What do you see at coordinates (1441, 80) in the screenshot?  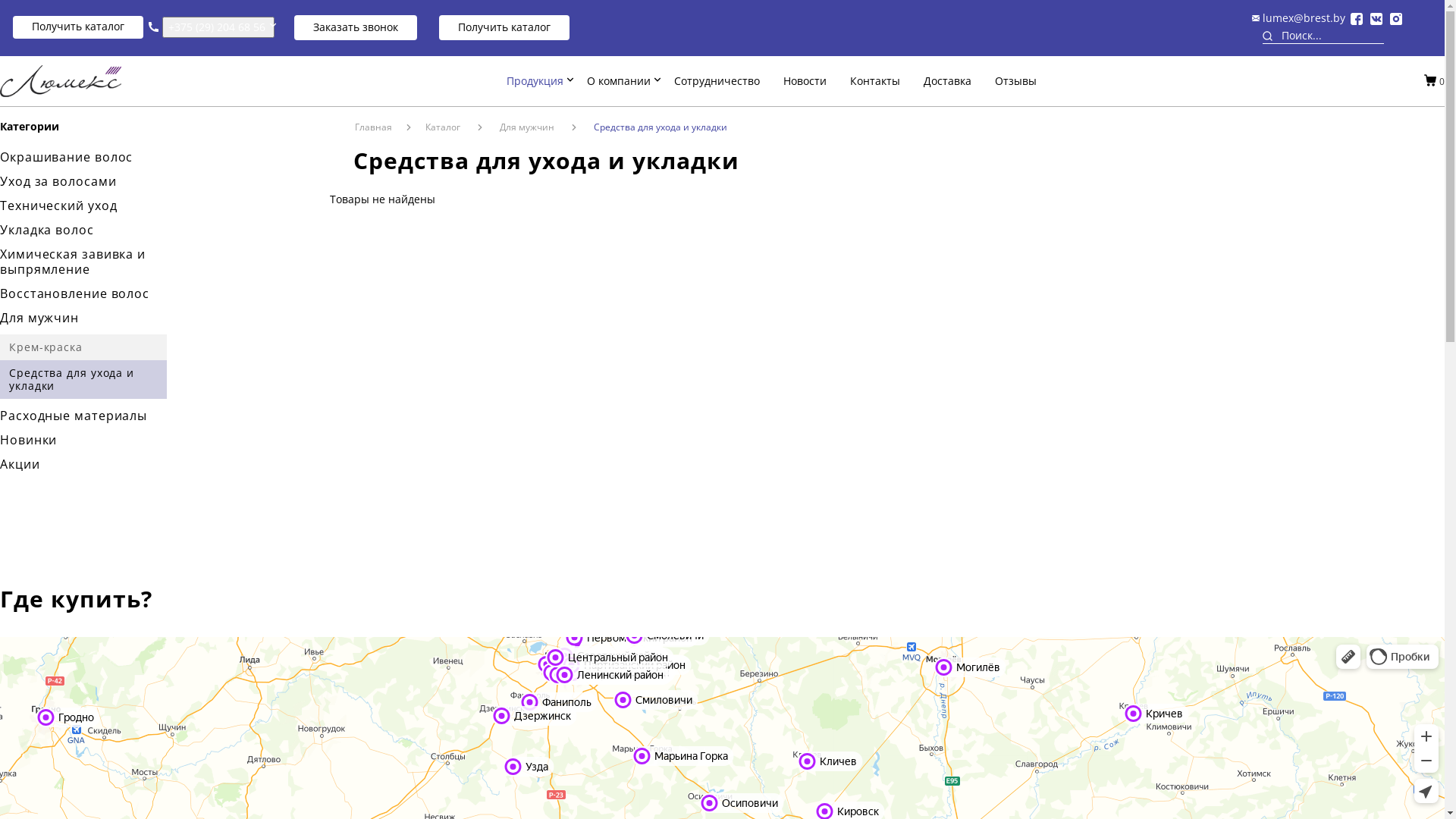 I see `'0'` at bounding box center [1441, 80].